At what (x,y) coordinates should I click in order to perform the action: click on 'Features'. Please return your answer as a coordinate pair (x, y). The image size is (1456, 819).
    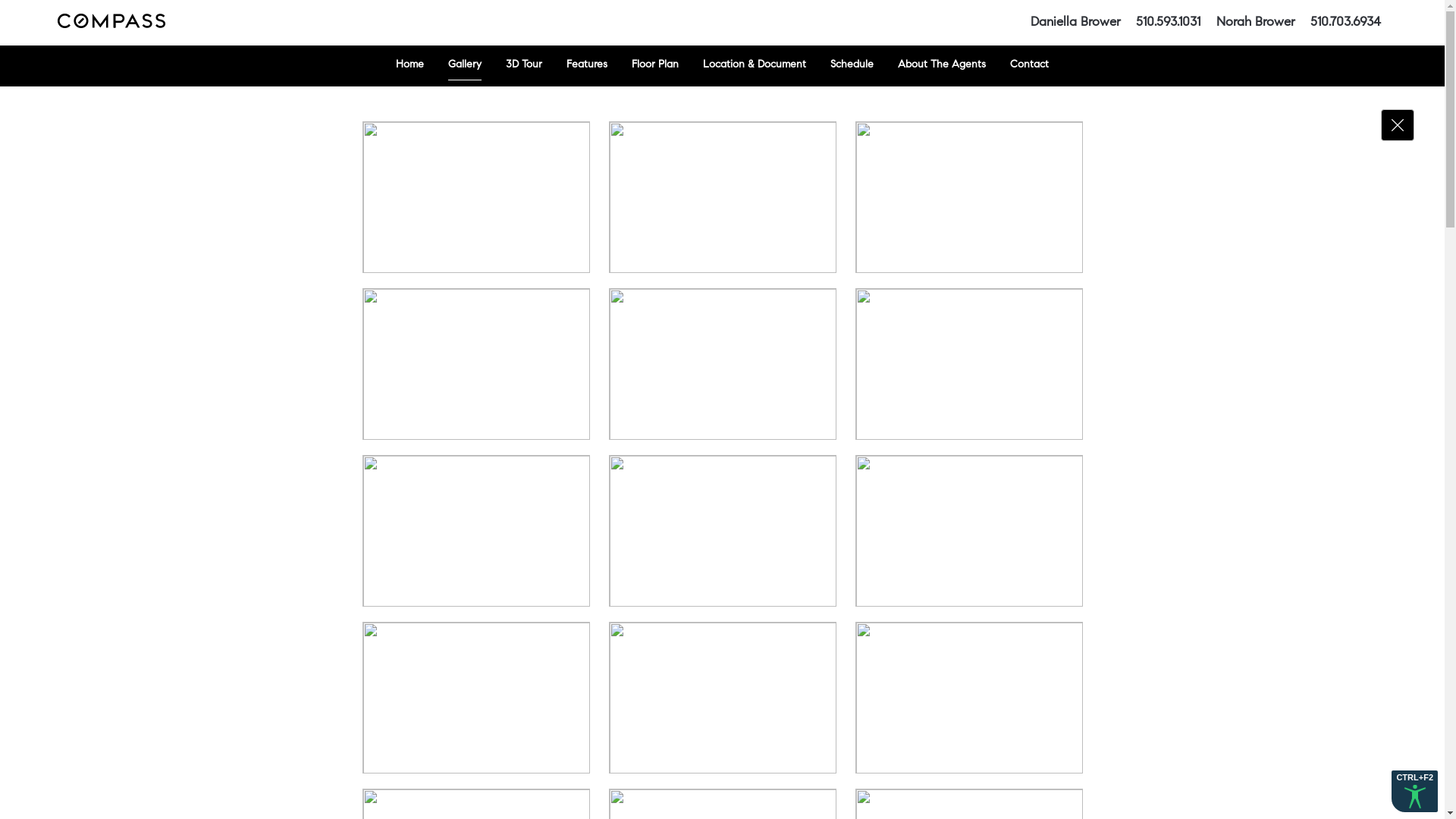
    Looking at the image, I should click on (585, 65).